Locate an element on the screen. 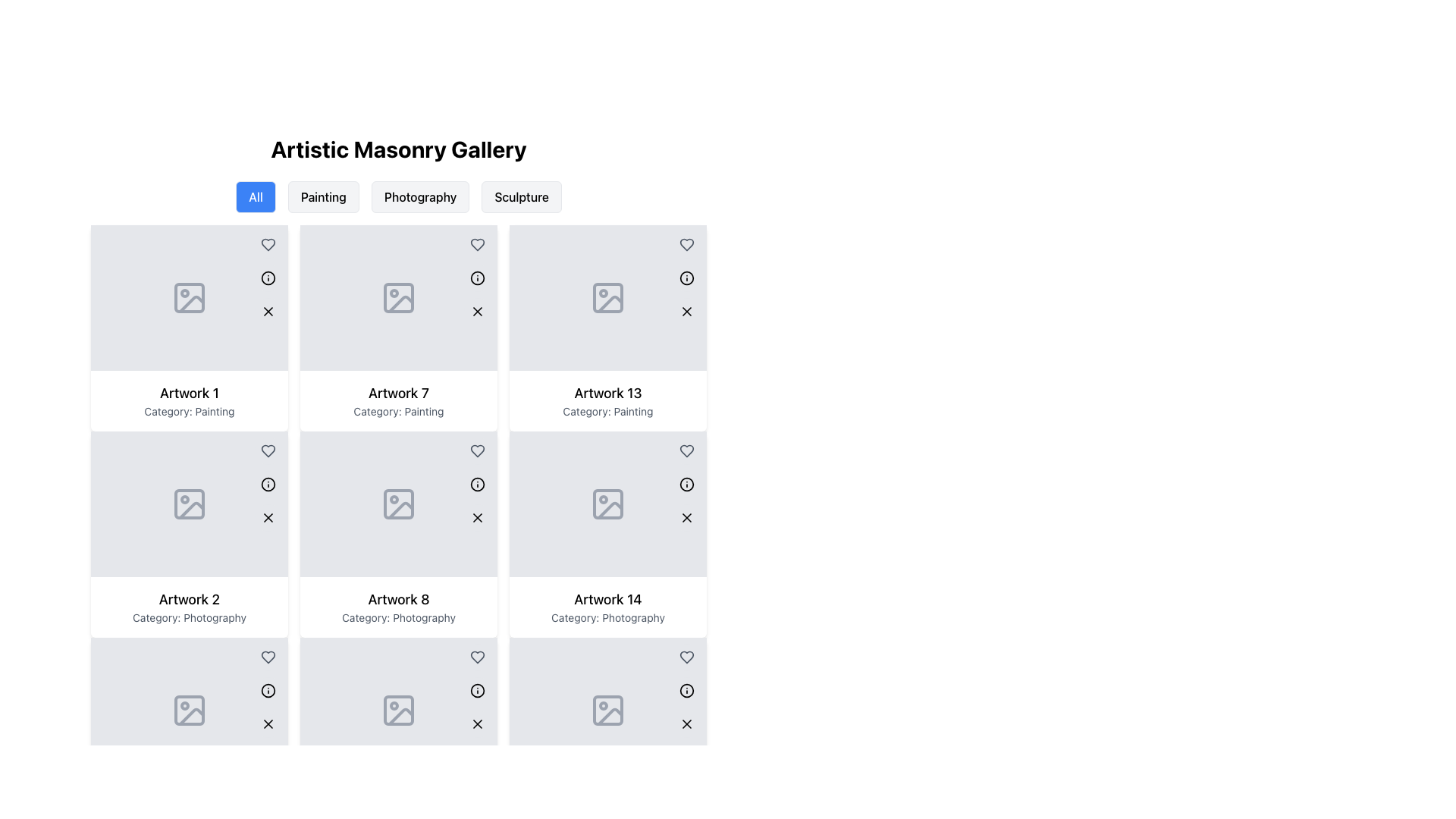 This screenshot has width=1456, height=819. the information icon located in the leftmost card of a 3-column grid layout, positioned below the heart icon and above the 'Artwork 2' label, aligned to the right side of the card is located at coordinates (268, 485).